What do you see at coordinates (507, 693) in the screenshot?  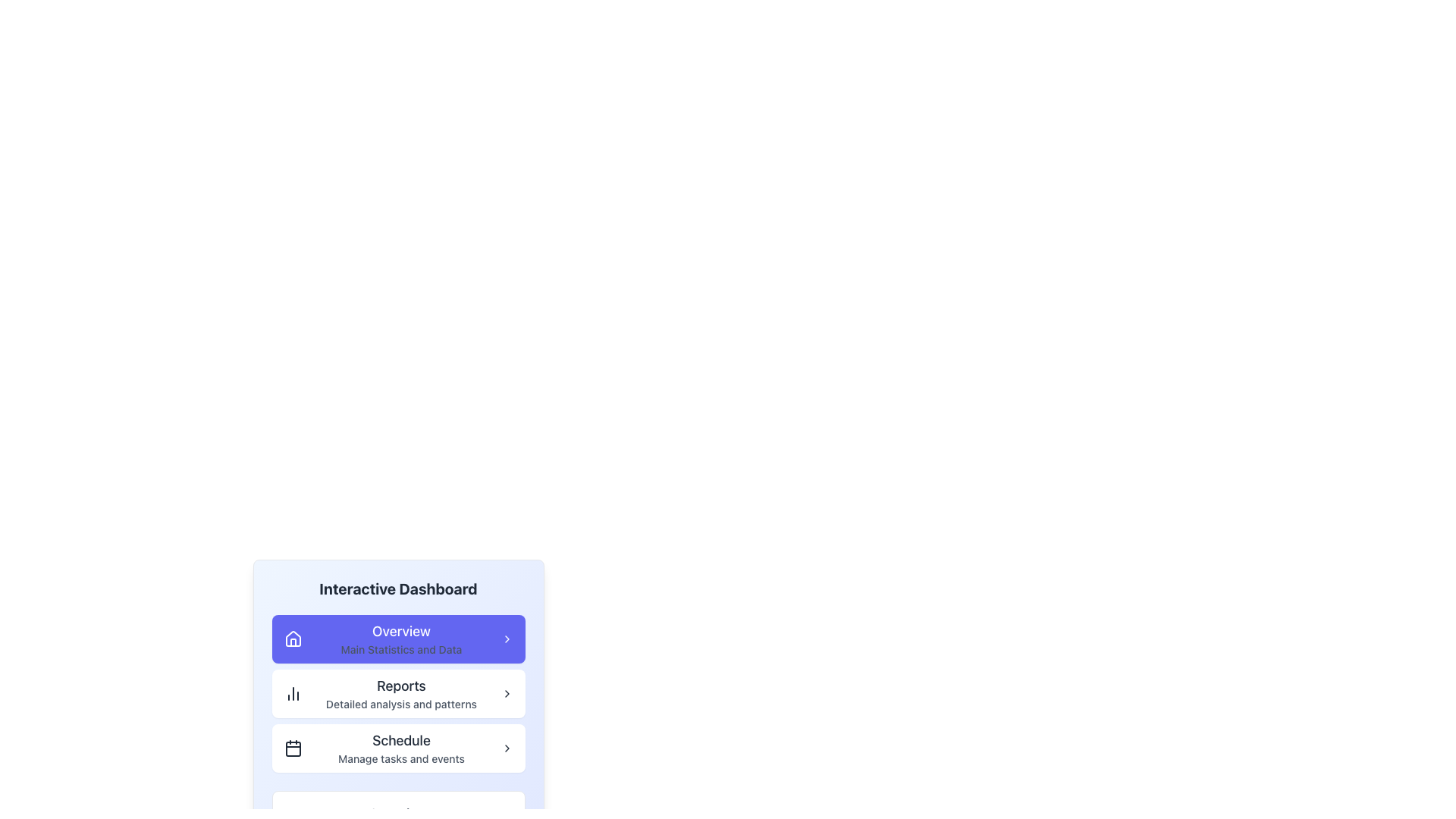 I see `the right-facing chevron arrow icon located in the 'Reports' section, adjacent to the text 'Detailed analysis and patterns'` at bounding box center [507, 693].